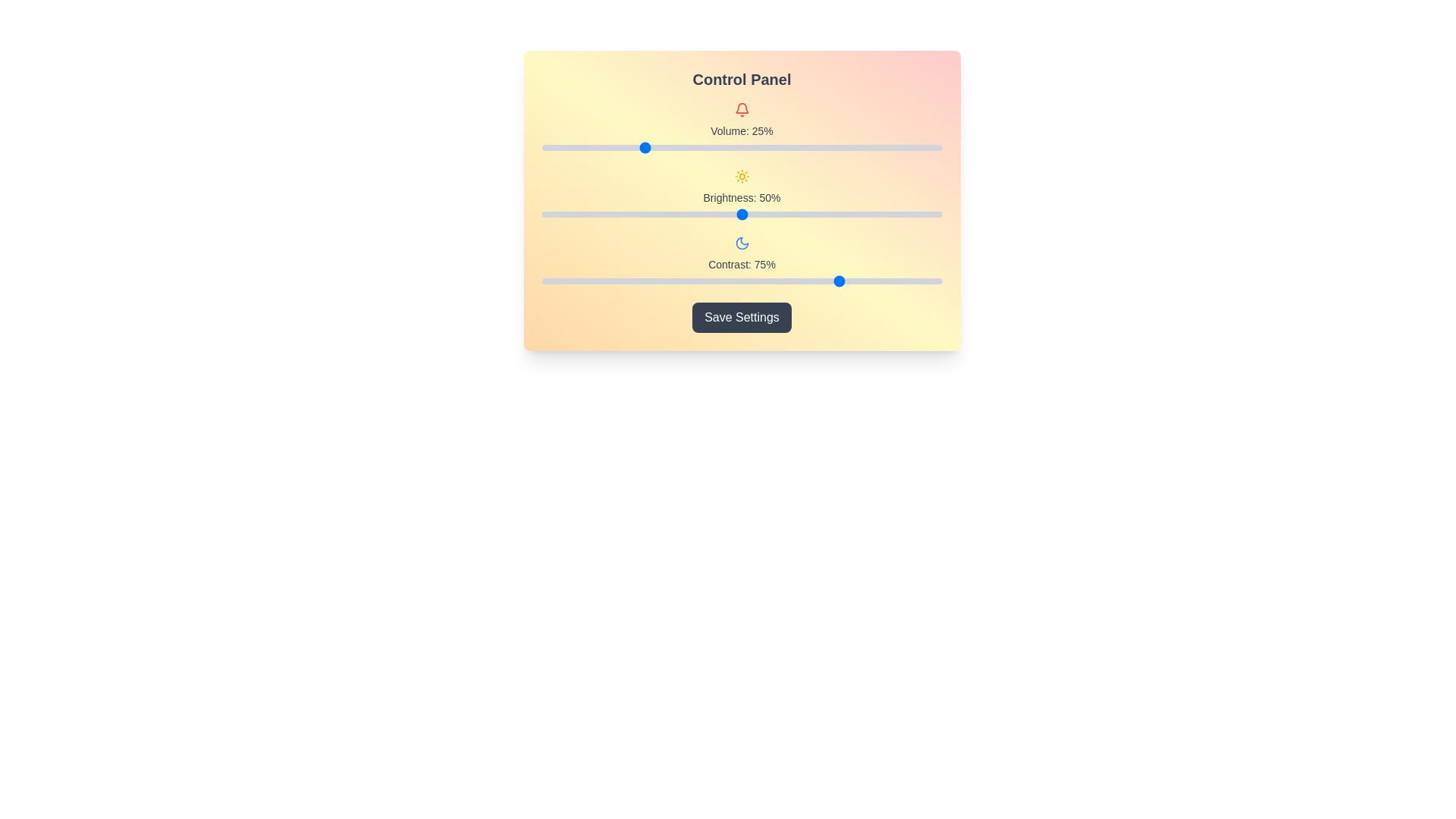 The height and width of the screenshot is (819, 1456). What do you see at coordinates (761, 148) in the screenshot?
I see `the volume` at bounding box center [761, 148].